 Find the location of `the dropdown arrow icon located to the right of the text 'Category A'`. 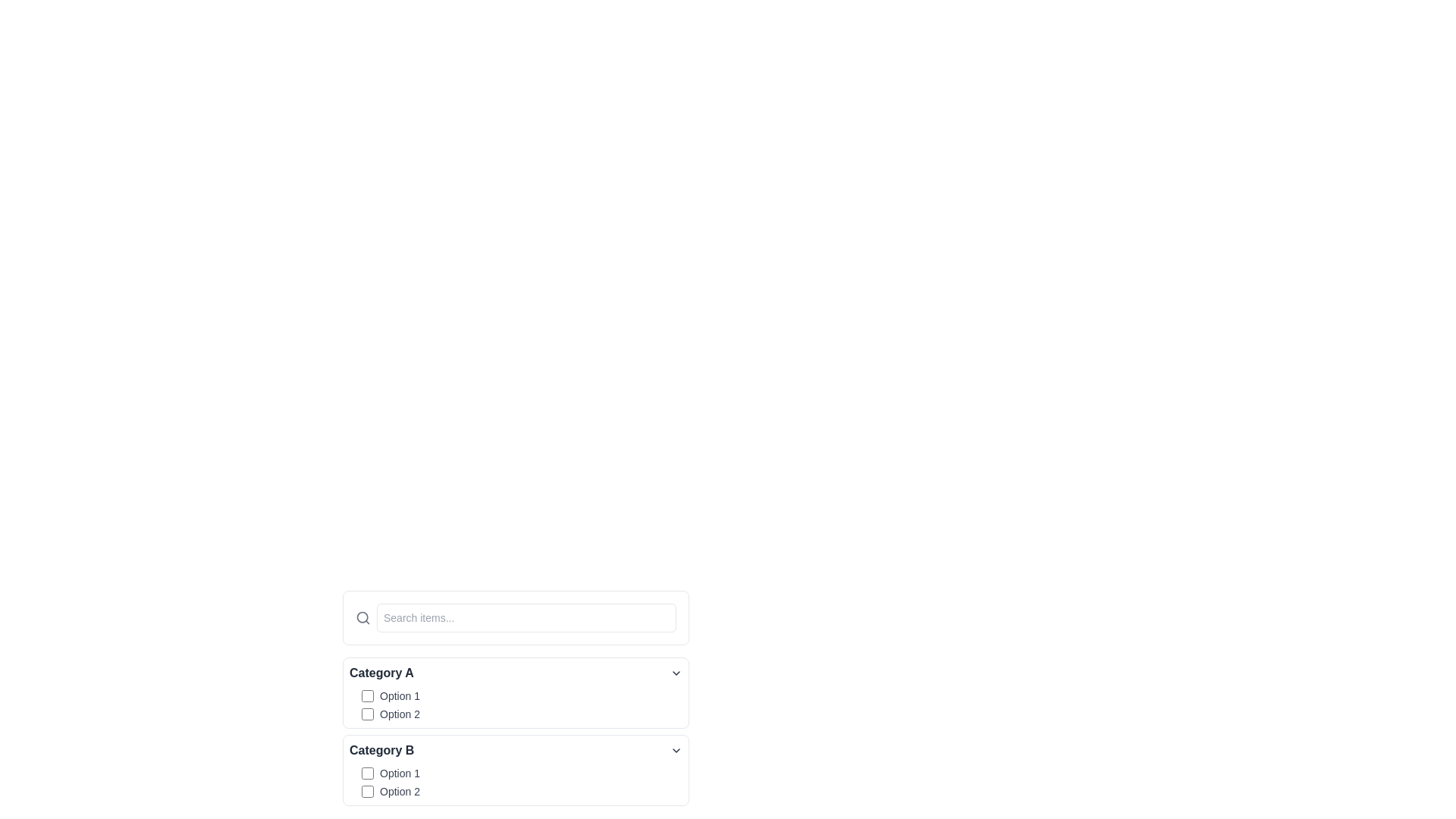

the dropdown arrow icon located to the right of the text 'Category A' is located at coordinates (676, 672).